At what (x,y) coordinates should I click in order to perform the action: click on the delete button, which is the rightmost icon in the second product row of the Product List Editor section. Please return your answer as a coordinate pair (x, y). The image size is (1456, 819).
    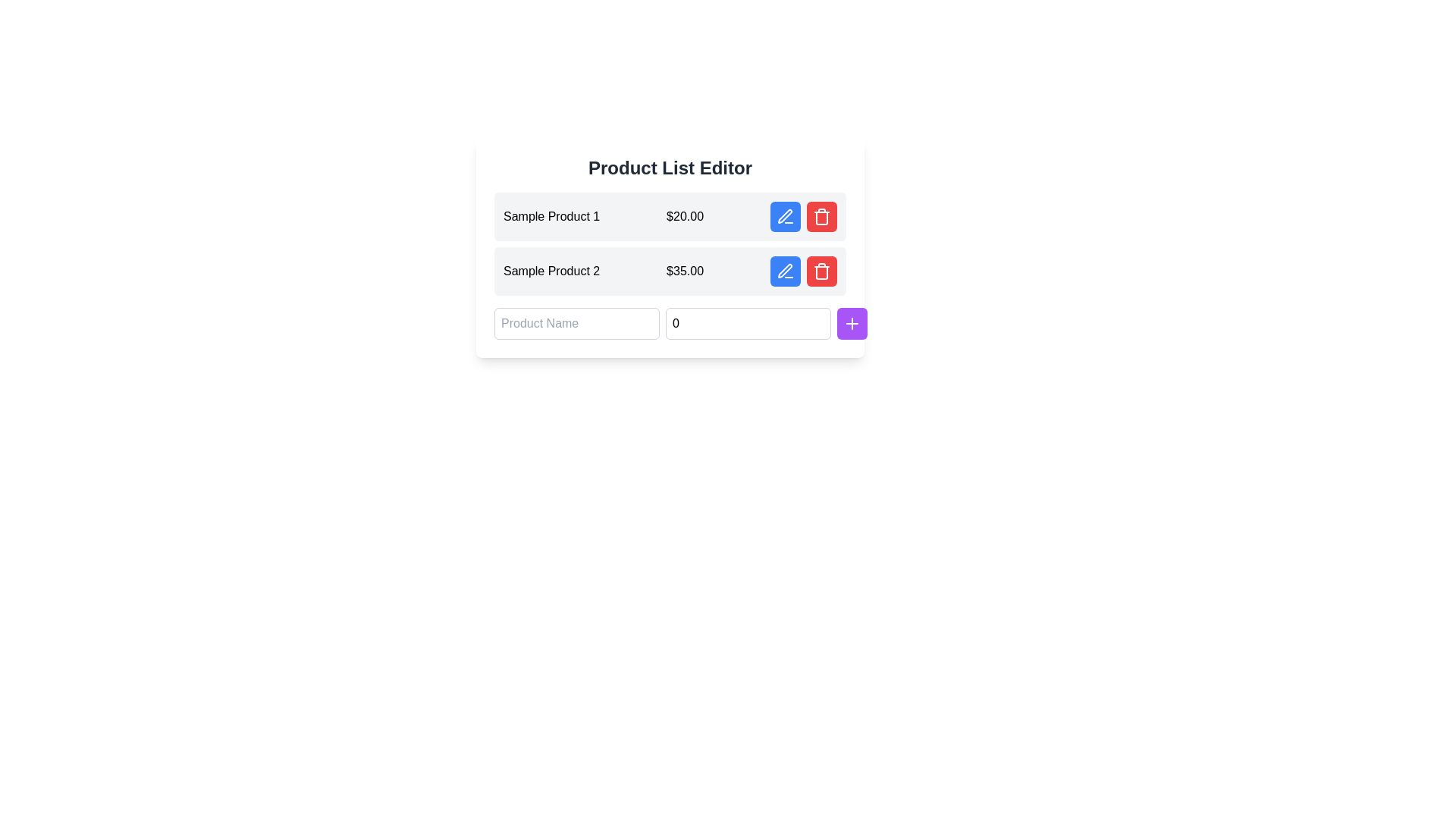
    Looking at the image, I should click on (821, 271).